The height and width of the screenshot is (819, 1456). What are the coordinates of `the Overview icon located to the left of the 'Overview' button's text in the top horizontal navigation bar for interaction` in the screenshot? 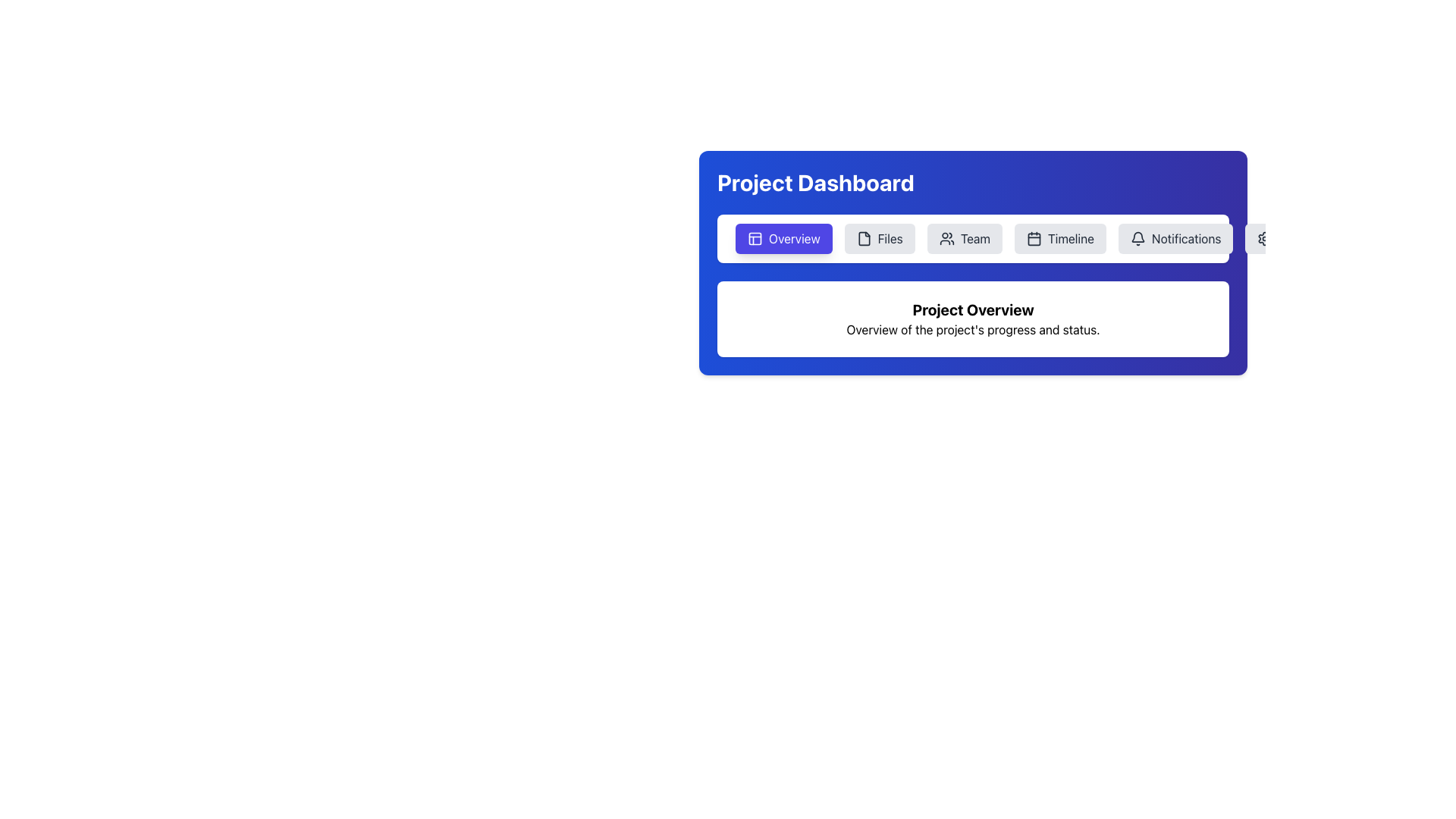 It's located at (755, 239).